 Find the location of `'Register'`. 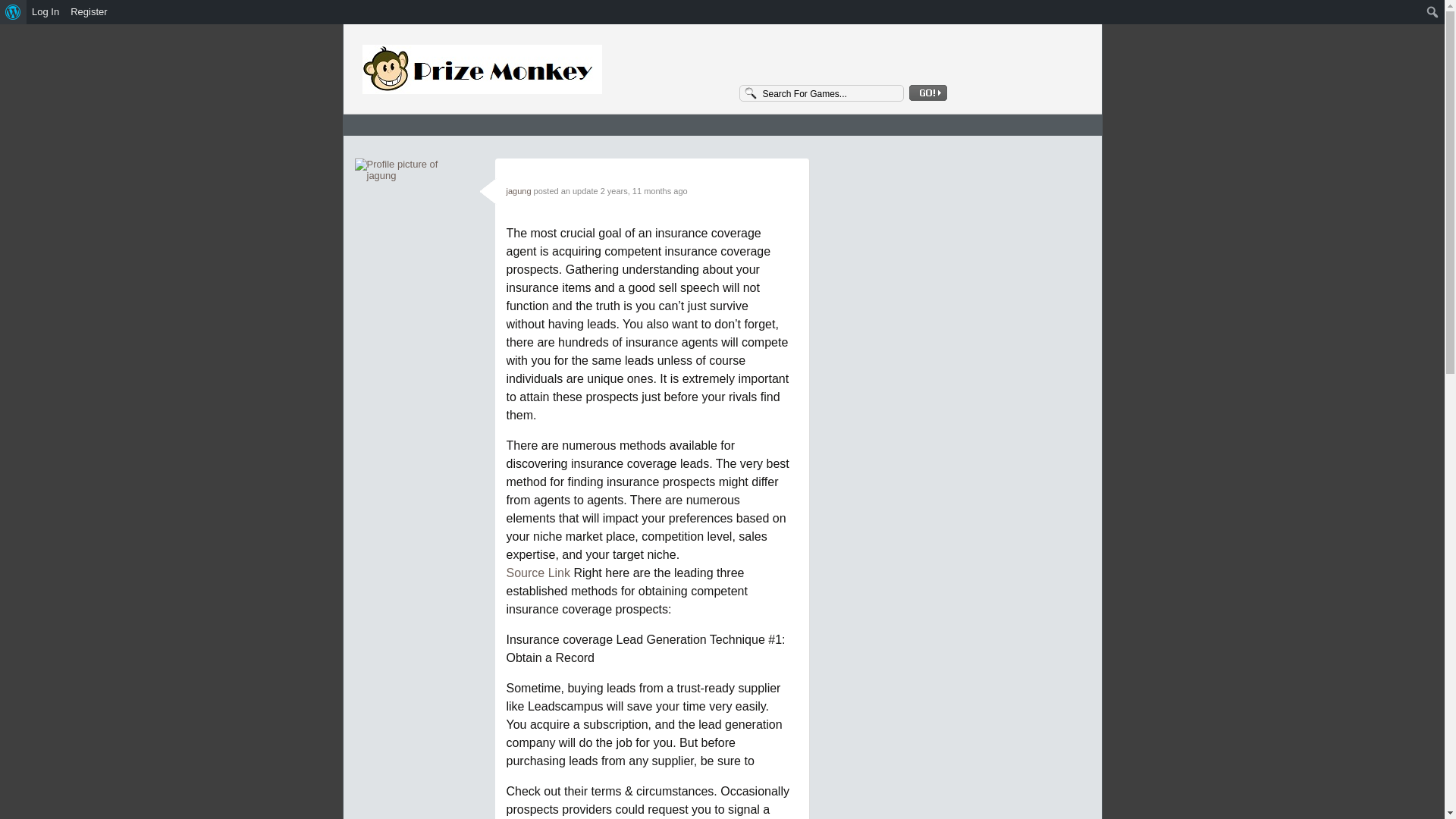

'Register' is located at coordinates (88, 11).